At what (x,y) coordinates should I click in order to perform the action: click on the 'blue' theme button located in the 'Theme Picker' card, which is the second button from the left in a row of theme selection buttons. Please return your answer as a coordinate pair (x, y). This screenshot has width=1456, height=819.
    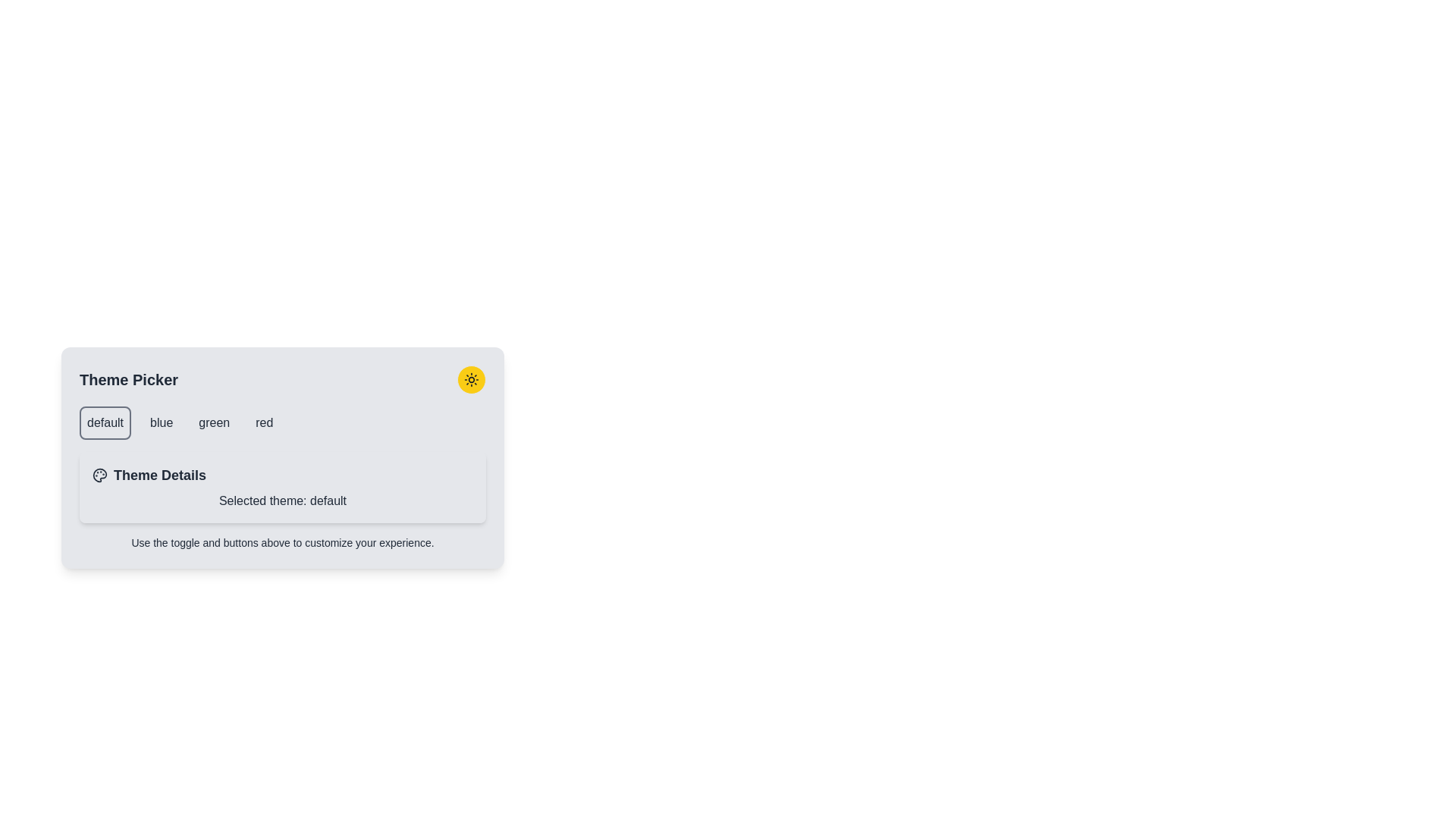
    Looking at the image, I should click on (162, 423).